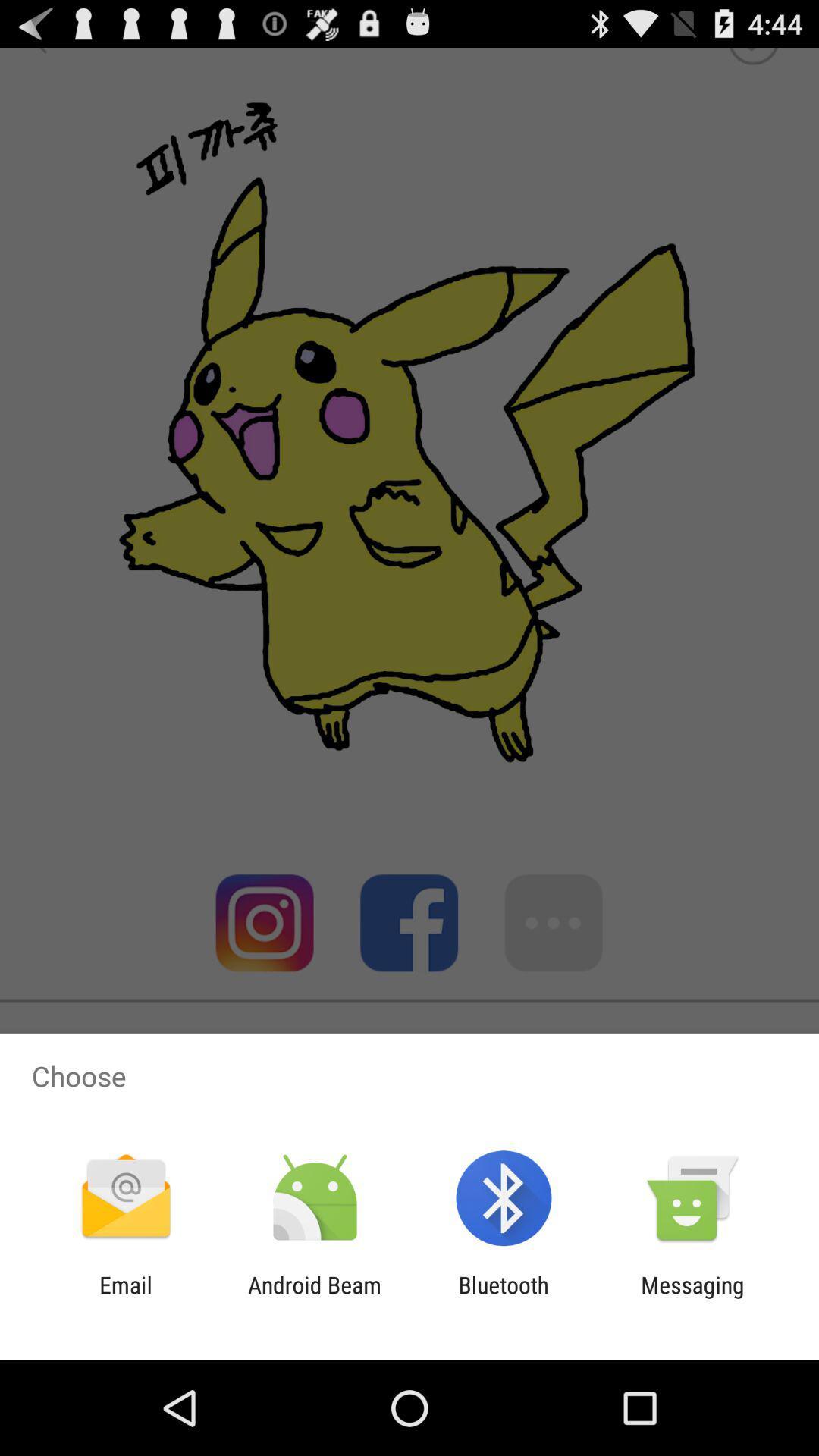 The height and width of the screenshot is (1456, 819). What do you see at coordinates (504, 1298) in the screenshot?
I see `app to the left of the messaging app` at bounding box center [504, 1298].